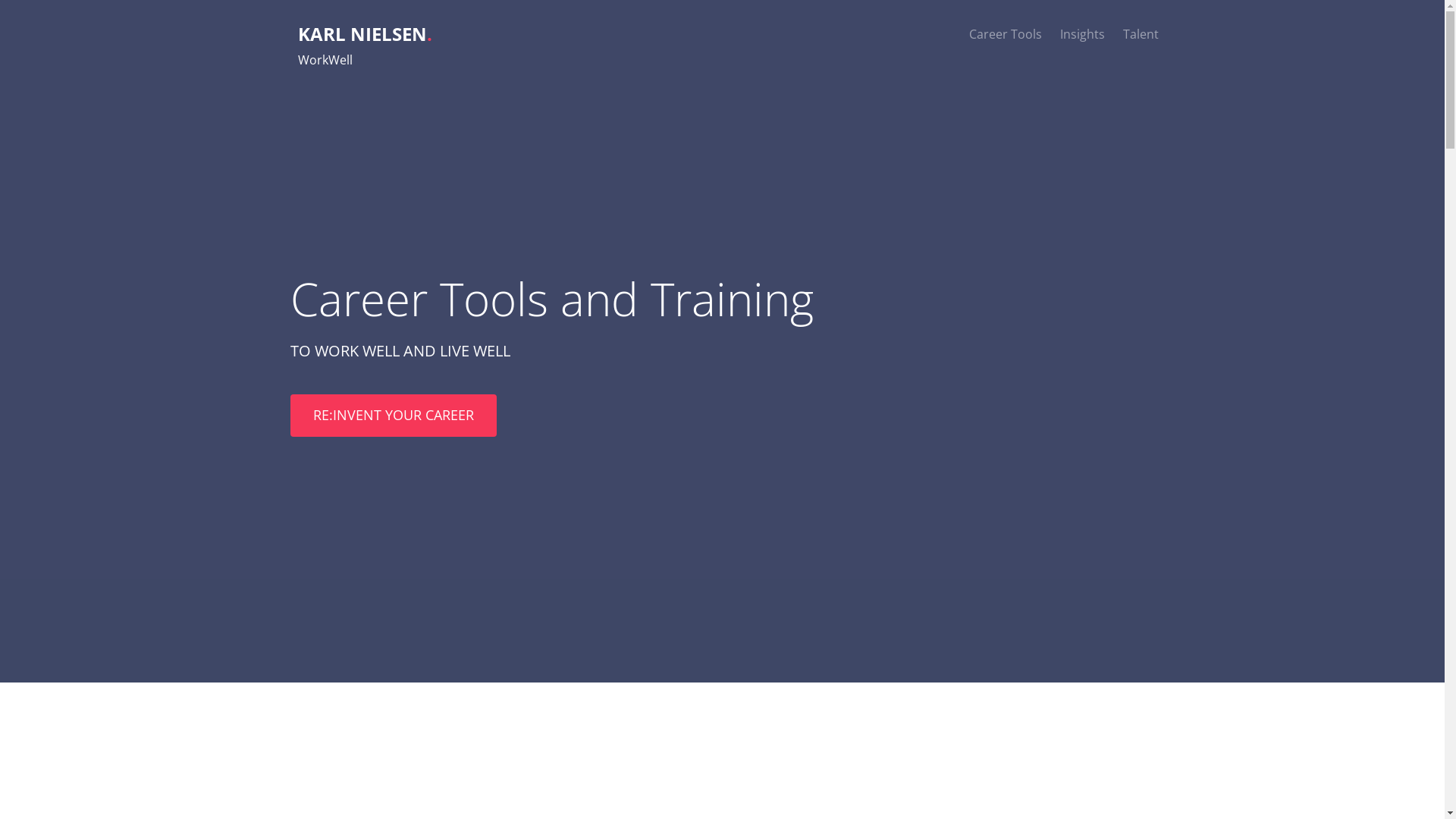 This screenshot has width=1456, height=819. Describe the element at coordinates (1005, 34) in the screenshot. I see `'Career Tools'` at that location.